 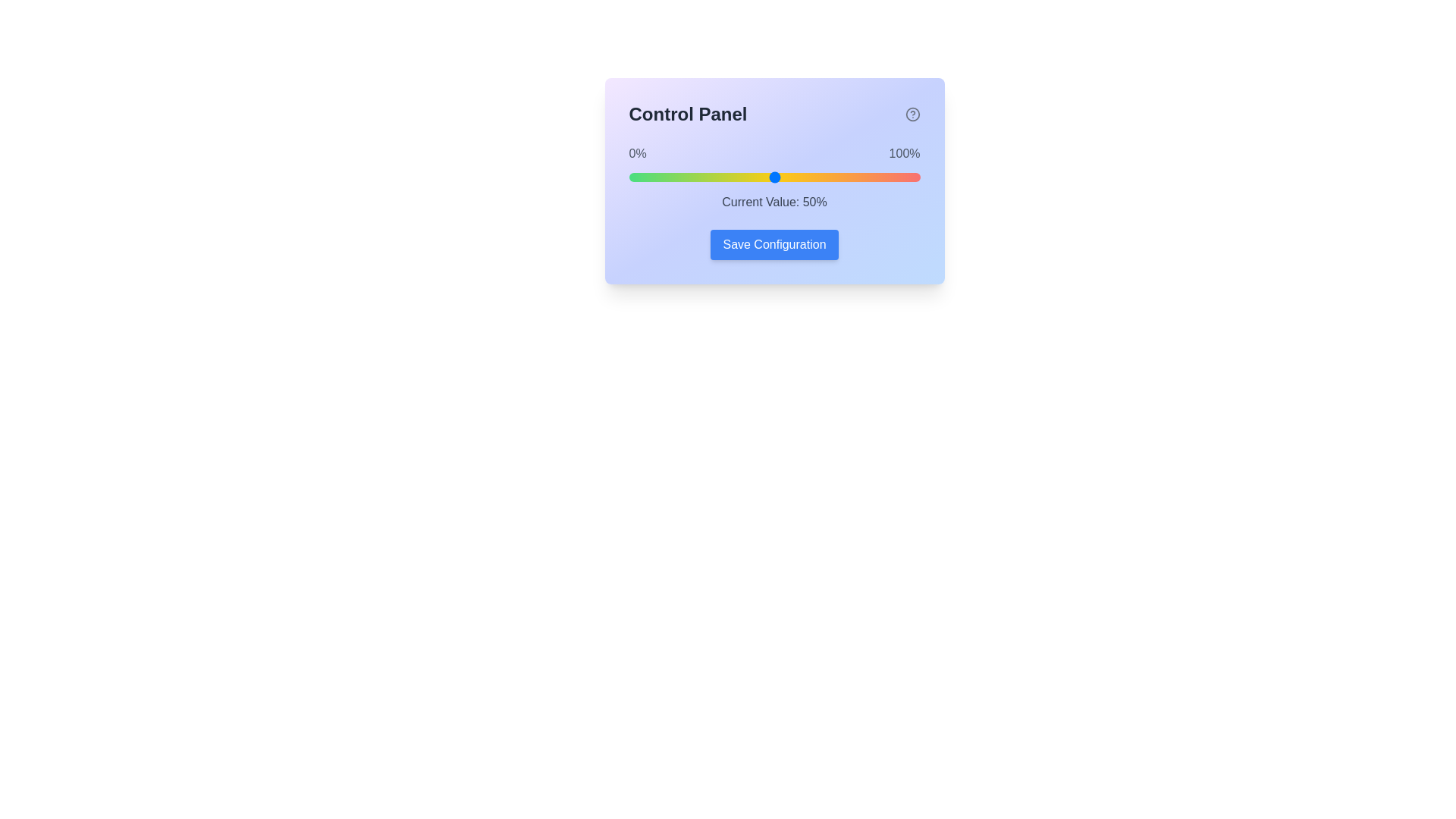 What do you see at coordinates (912, 113) in the screenshot?
I see `the help icon to display additional information` at bounding box center [912, 113].